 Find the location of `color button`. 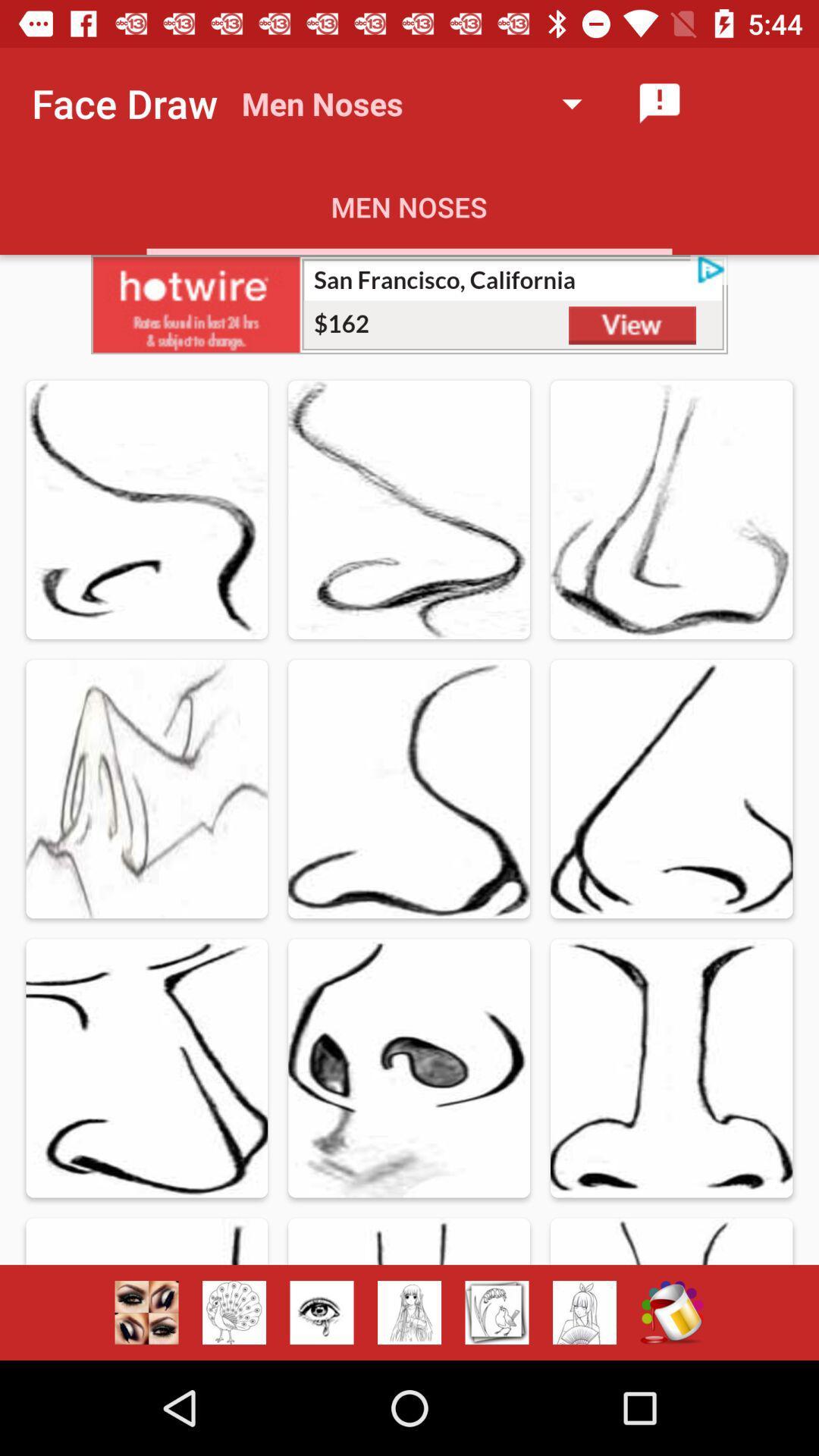

color button is located at coordinates (671, 1312).